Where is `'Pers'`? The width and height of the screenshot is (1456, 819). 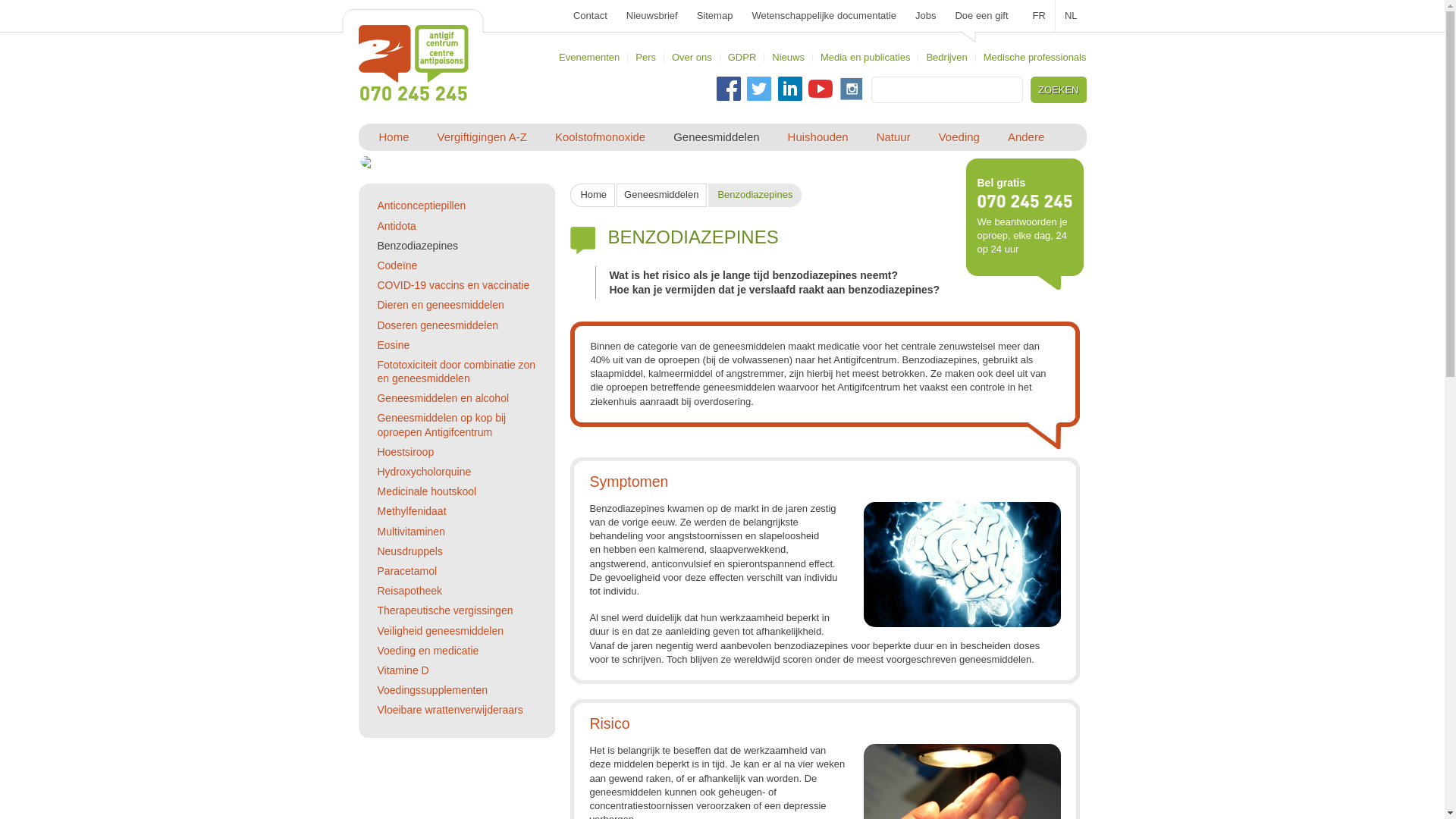 'Pers' is located at coordinates (645, 56).